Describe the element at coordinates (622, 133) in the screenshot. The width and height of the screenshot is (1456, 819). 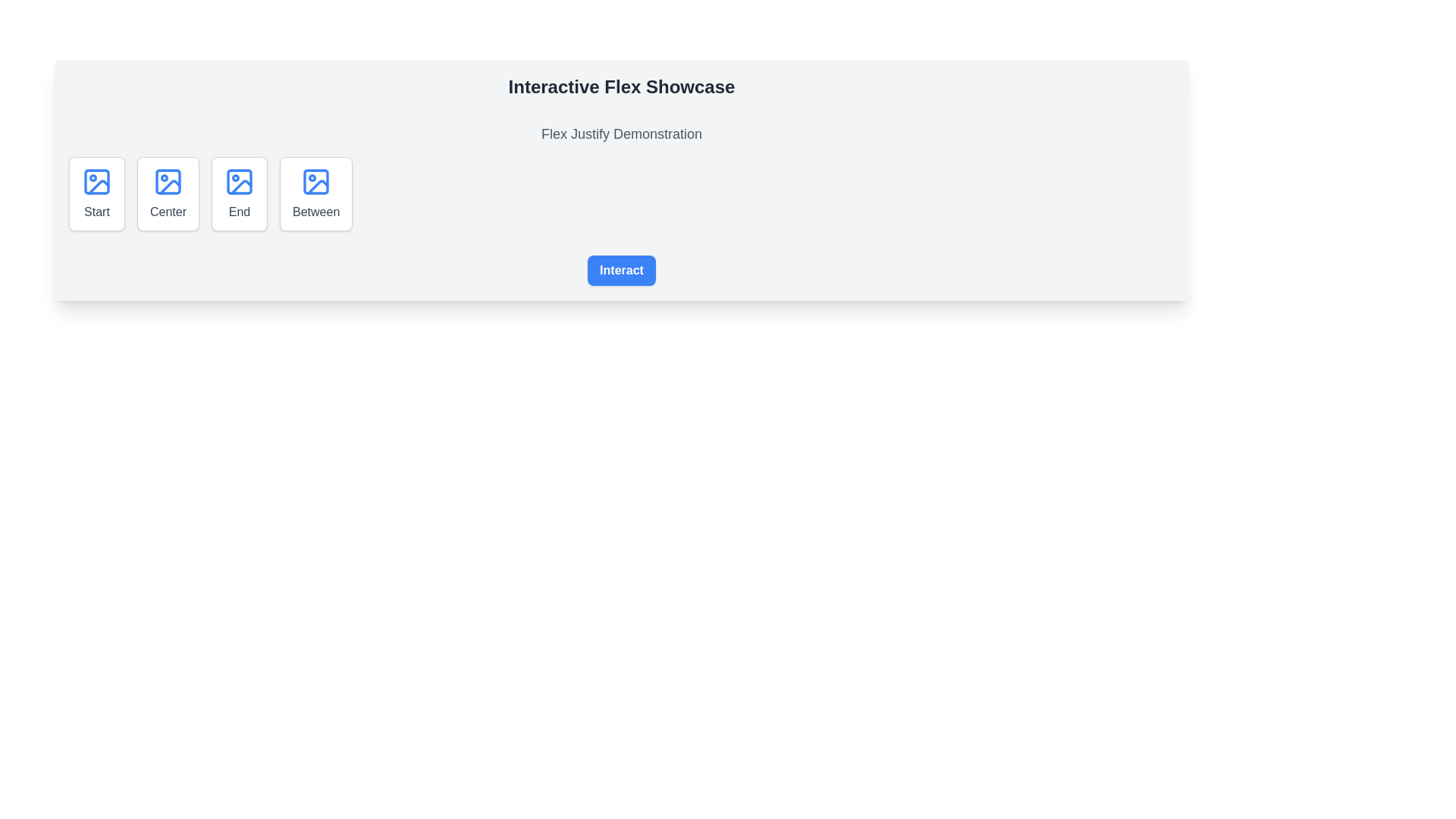
I see `the text label displaying 'Flex Justify Demonstration', which is styled with a large font size and gray color, located below the title 'Interactive Flex Showcase'` at that location.